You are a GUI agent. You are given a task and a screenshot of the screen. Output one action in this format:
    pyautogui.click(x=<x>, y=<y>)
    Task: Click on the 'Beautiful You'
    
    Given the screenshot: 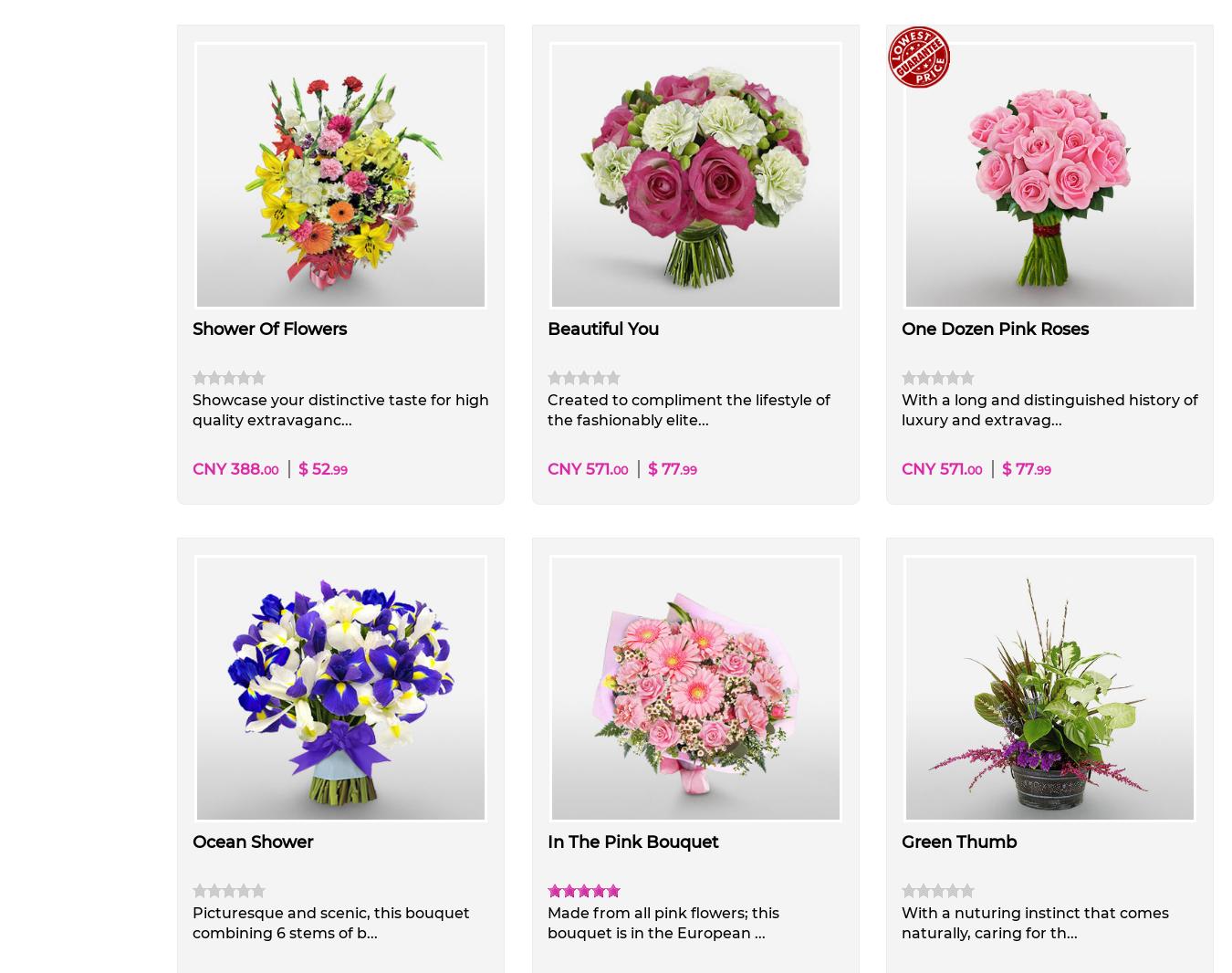 What is the action you would take?
    pyautogui.click(x=546, y=329)
    